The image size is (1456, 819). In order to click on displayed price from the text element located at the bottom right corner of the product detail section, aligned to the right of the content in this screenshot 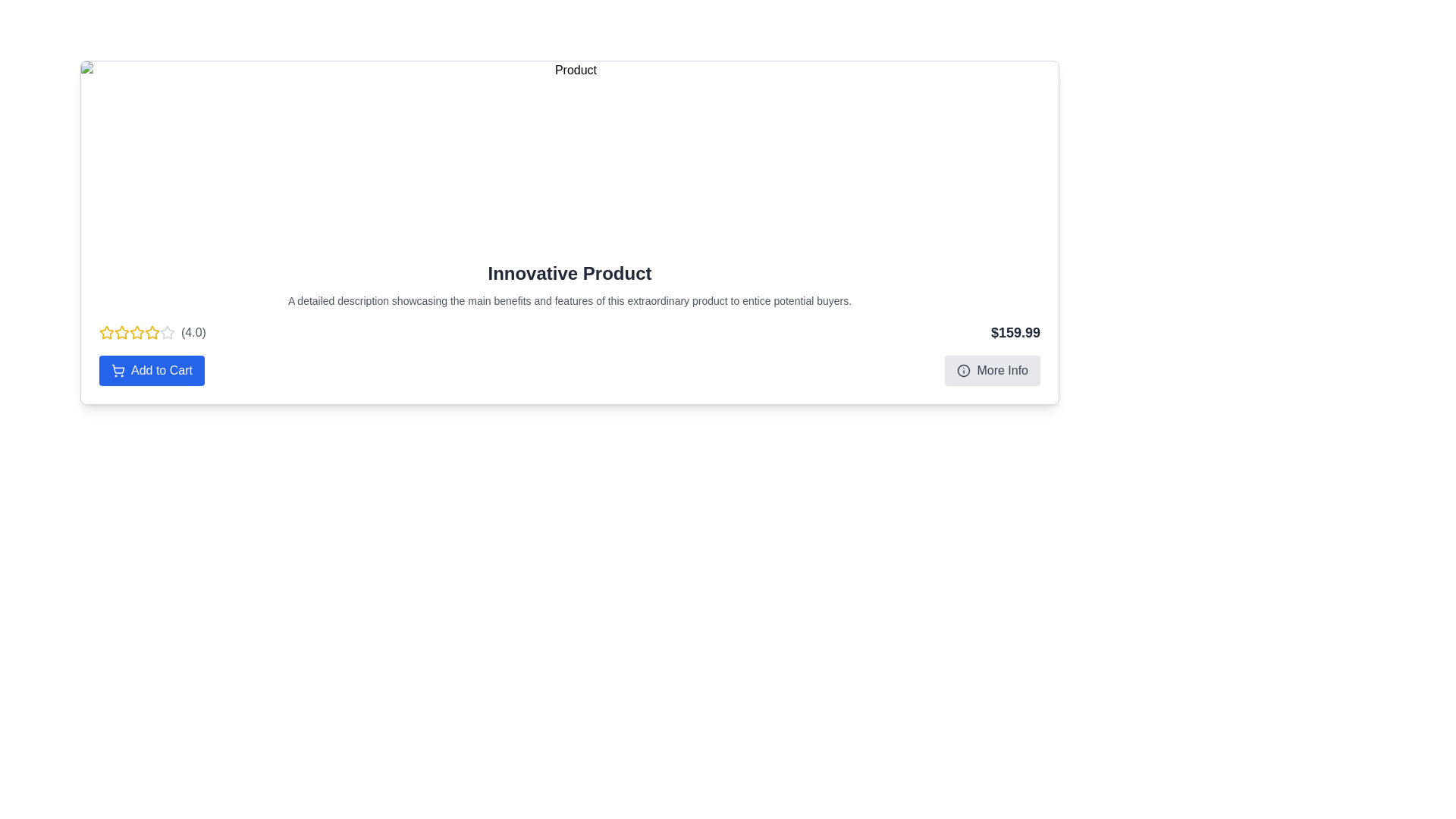, I will do `click(1015, 332)`.